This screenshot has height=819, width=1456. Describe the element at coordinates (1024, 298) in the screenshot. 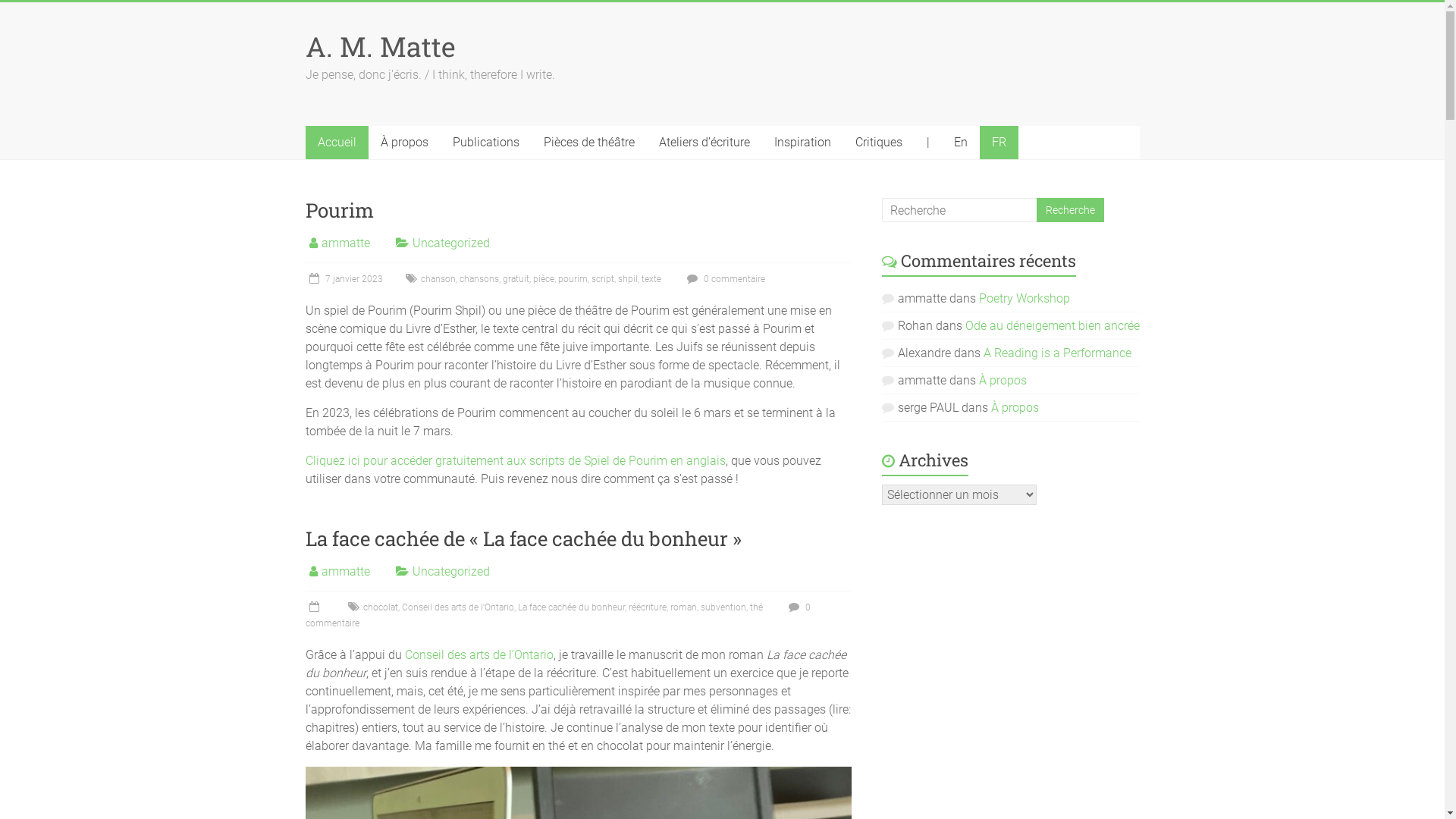

I see `'Poetry Workshop'` at that location.